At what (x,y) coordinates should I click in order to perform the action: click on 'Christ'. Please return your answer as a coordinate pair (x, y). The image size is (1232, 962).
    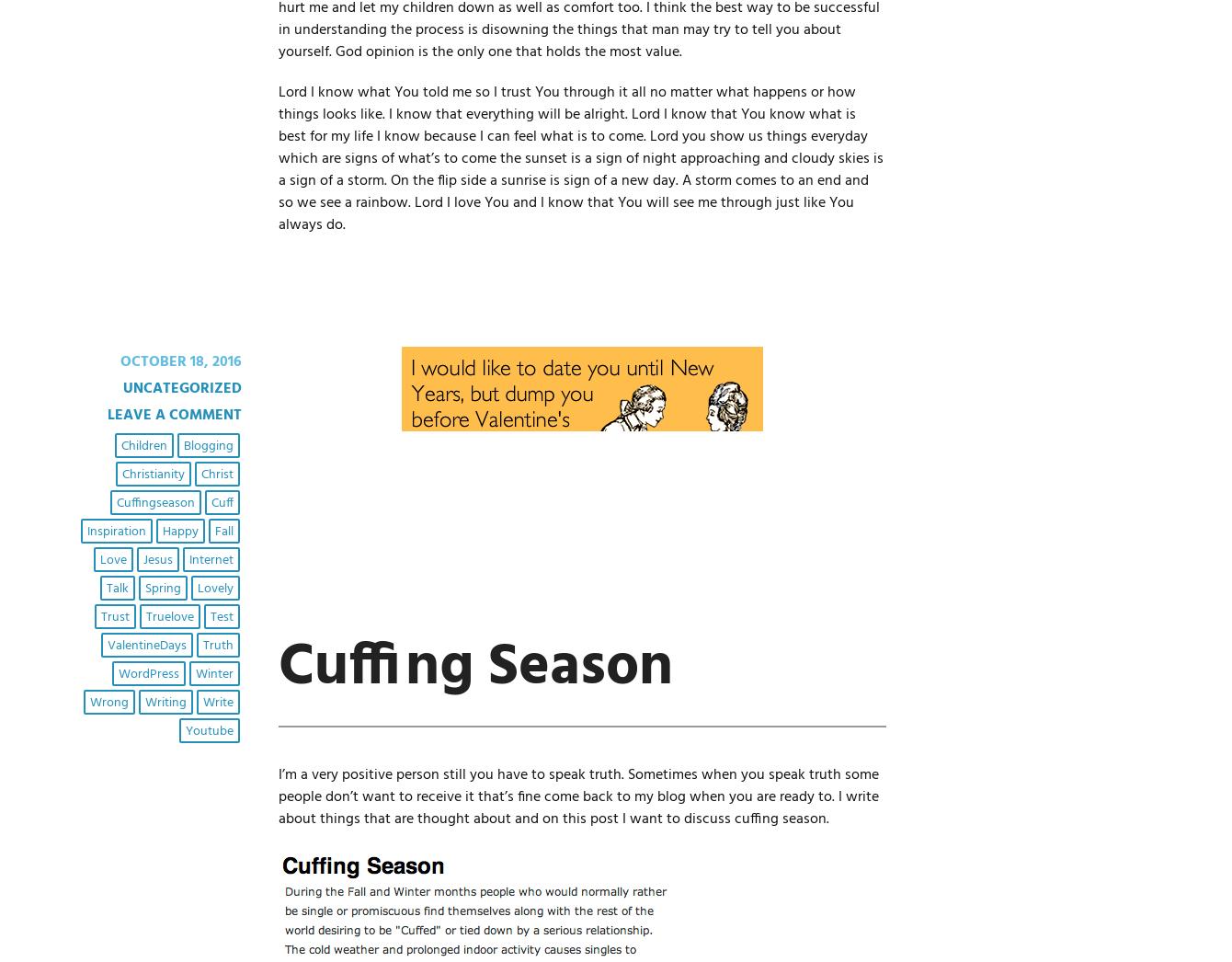
    Looking at the image, I should click on (200, 475).